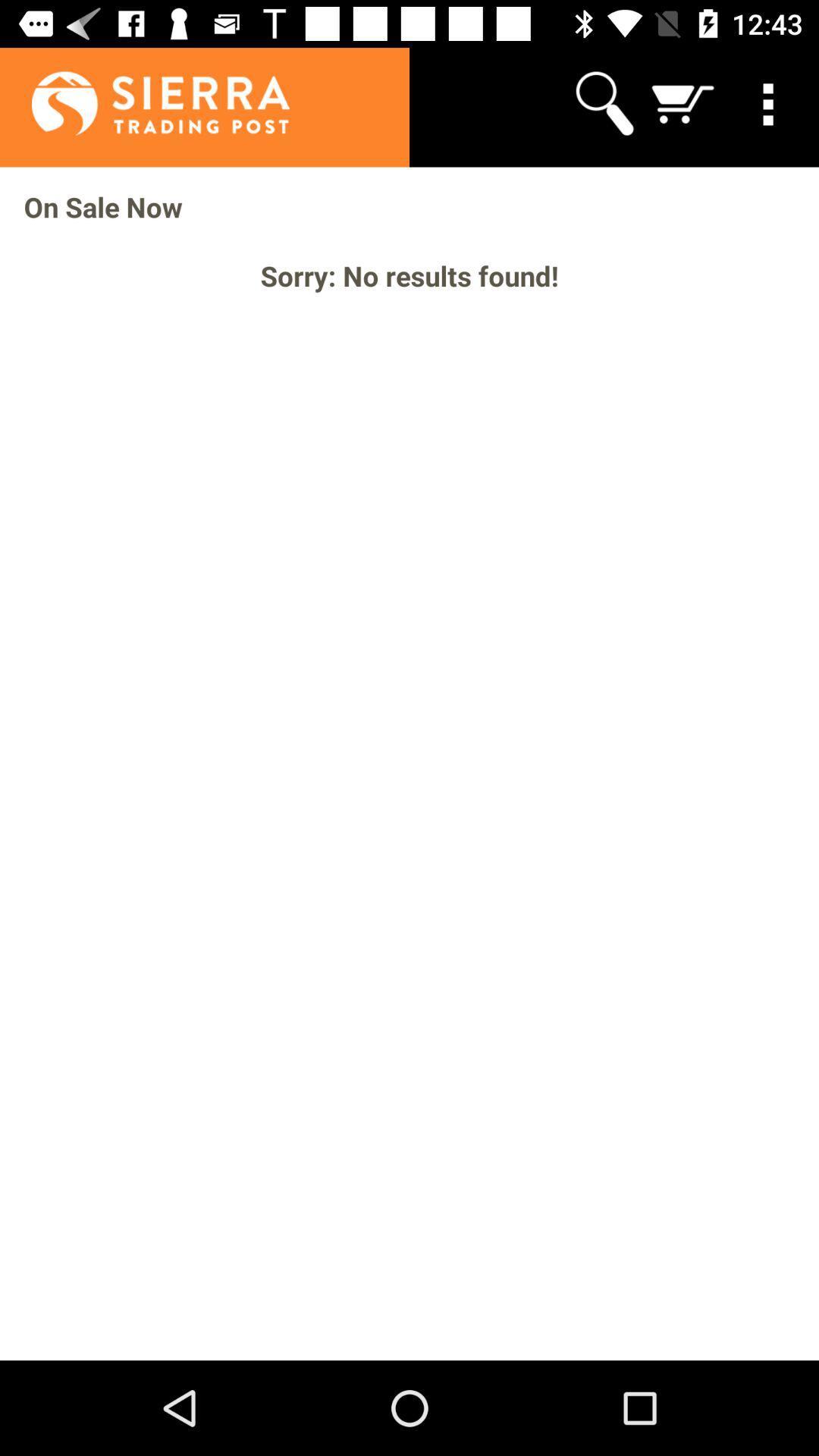  Describe the element at coordinates (144, 102) in the screenshot. I see `app above on sale now icon` at that location.